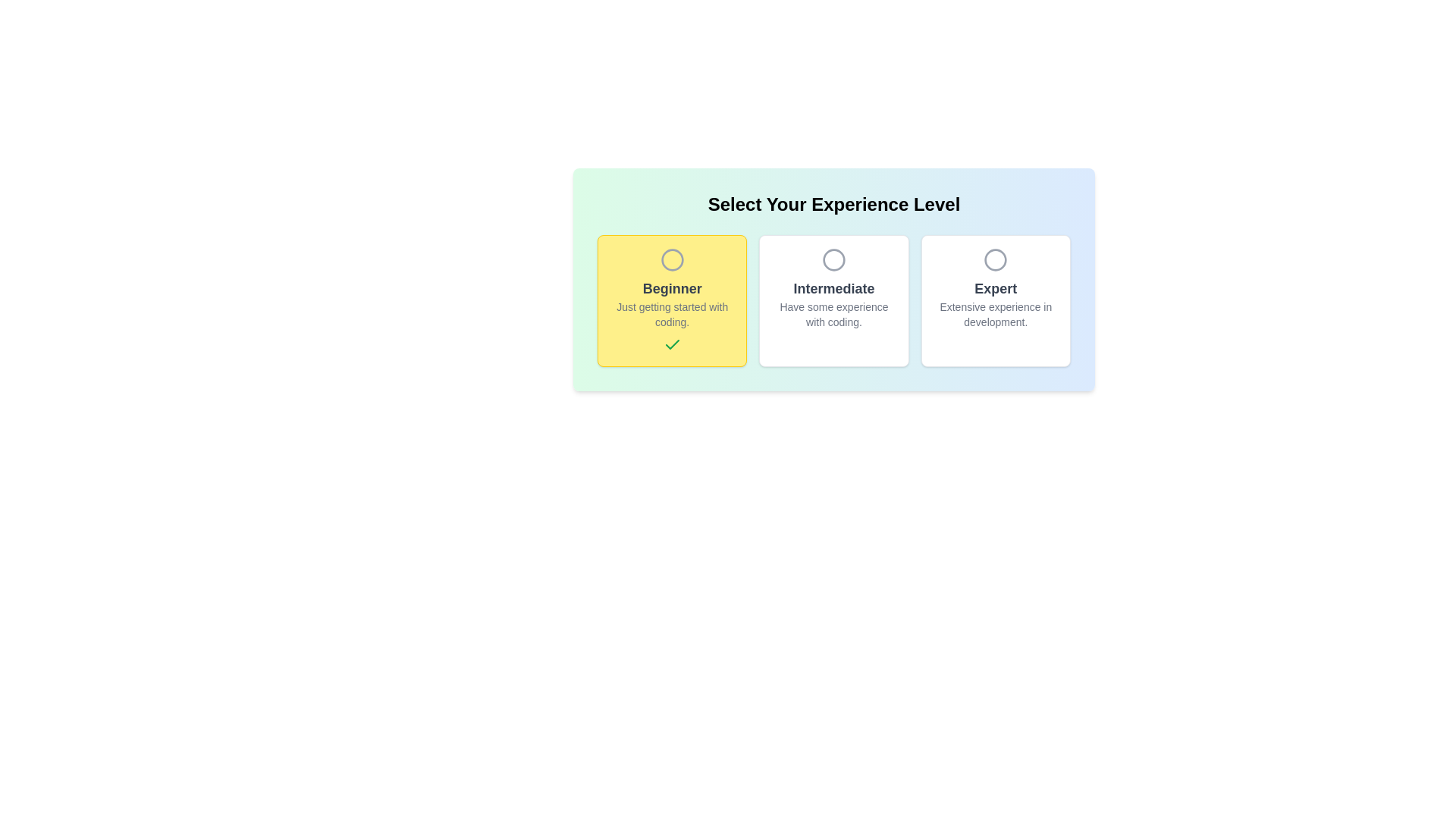 This screenshot has height=819, width=1456. Describe the element at coordinates (833, 259) in the screenshot. I see `the circular hollow light gray icon located at the top-center of the 'Intermediate' card` at that location.